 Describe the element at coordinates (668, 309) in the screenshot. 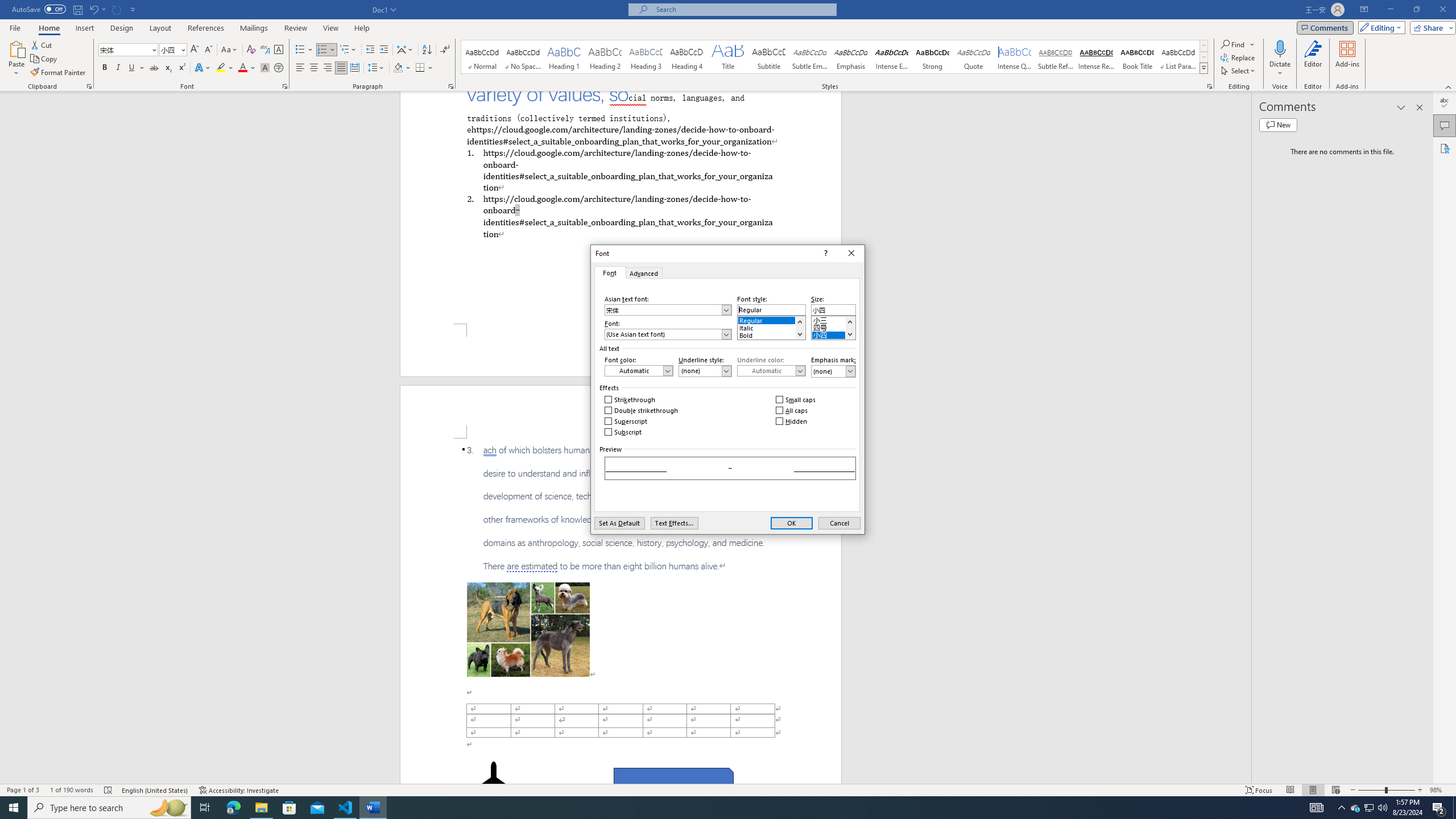

I see `'Asian text font:'` at that location.